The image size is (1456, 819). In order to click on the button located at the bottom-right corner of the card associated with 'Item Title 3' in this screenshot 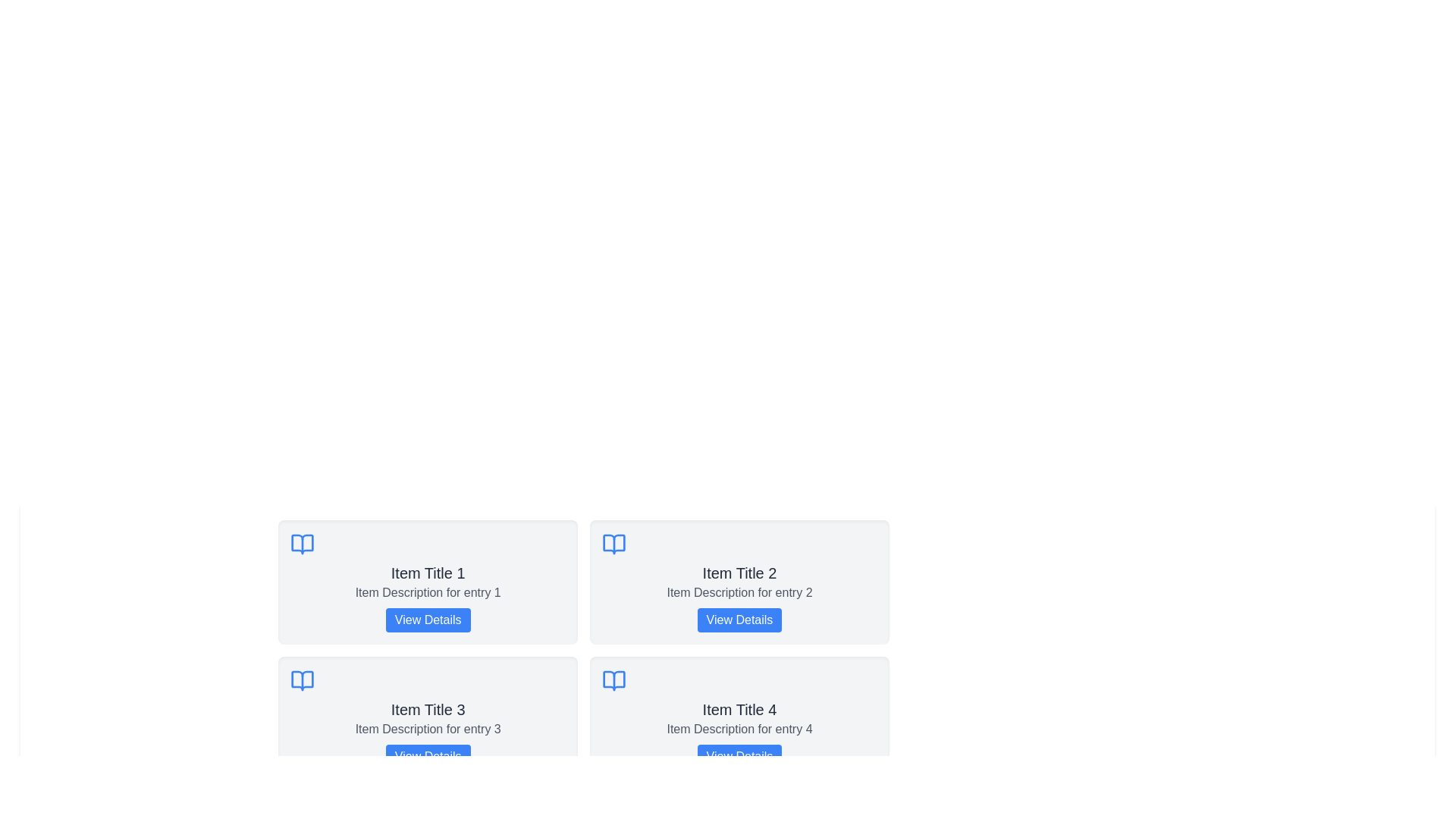, I will do `click(427, 757)`.